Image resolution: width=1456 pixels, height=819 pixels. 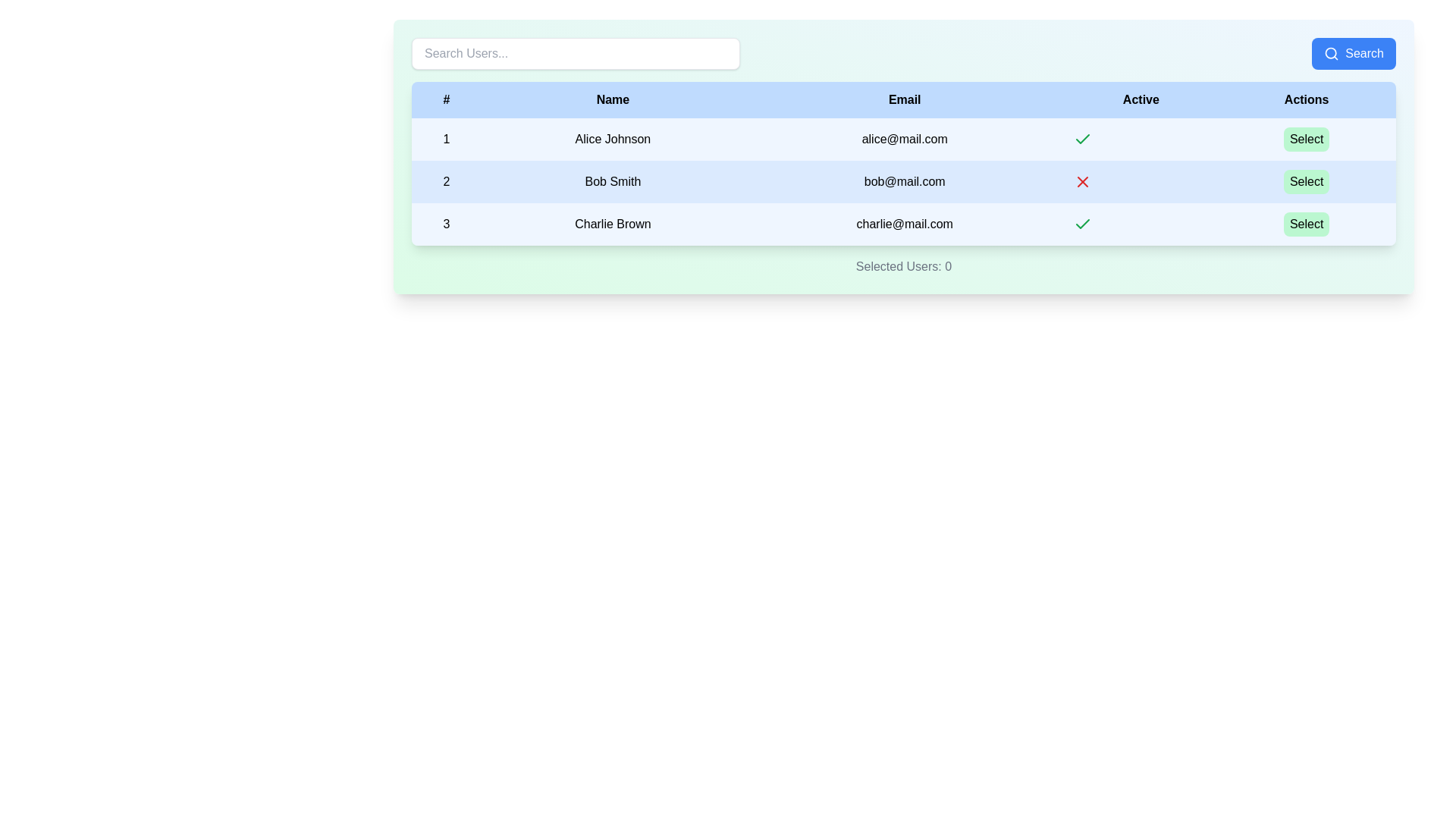 I want to click on the text label displaying 'Charlie Brown' located in the third row and second column of the table, so click(x=613, y=224).